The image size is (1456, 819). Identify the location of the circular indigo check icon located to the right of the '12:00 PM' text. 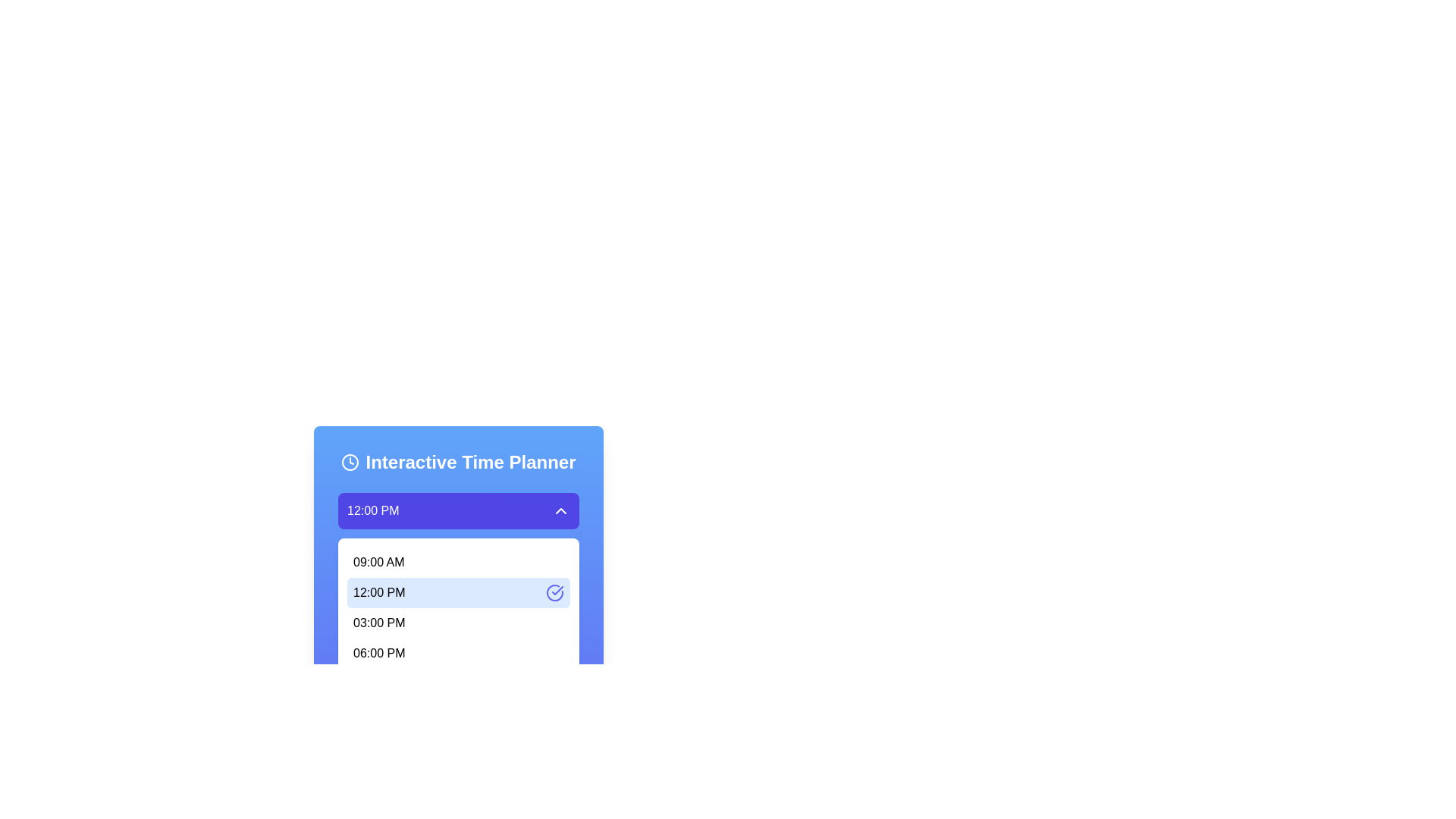
(554, 592).